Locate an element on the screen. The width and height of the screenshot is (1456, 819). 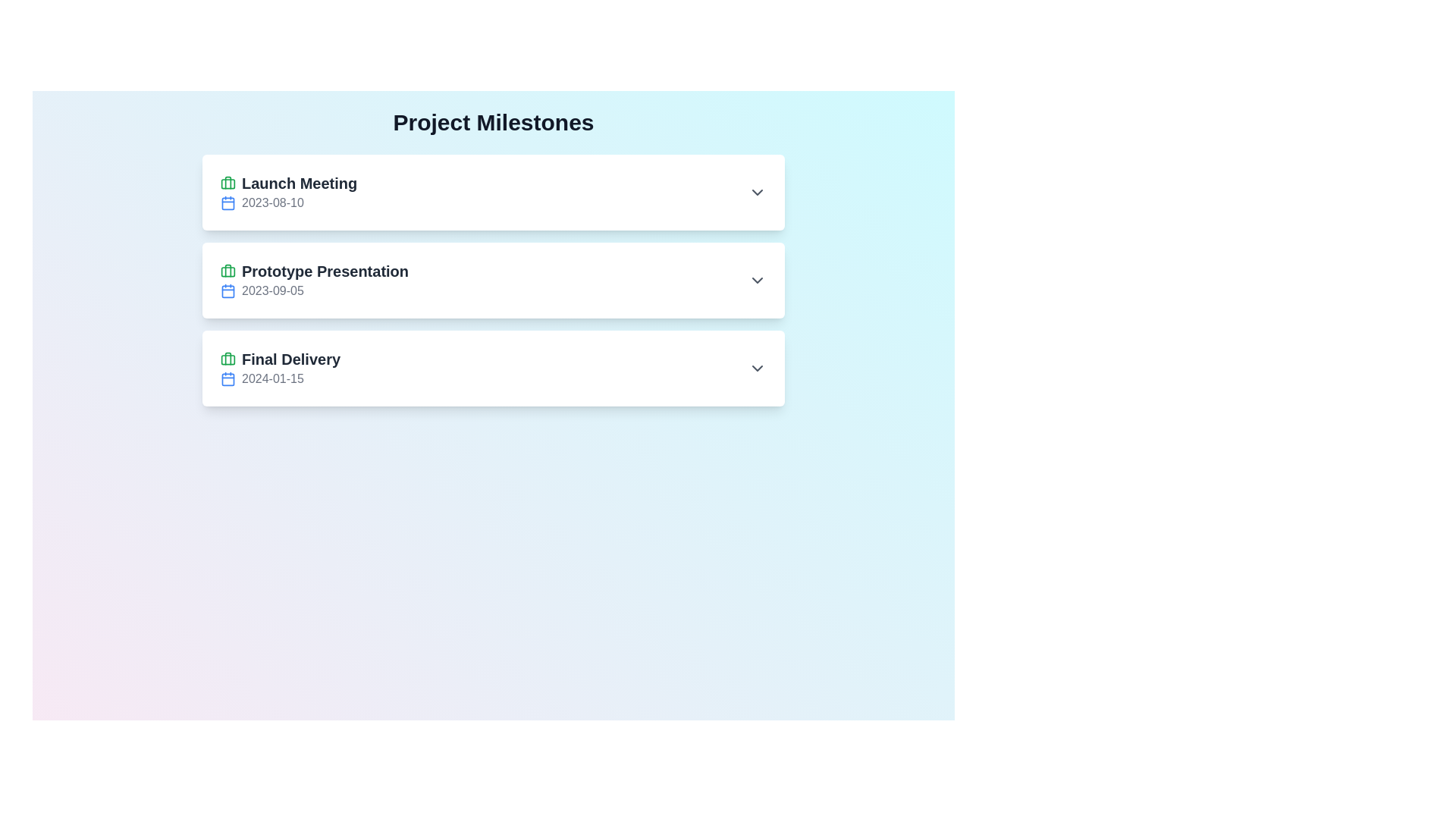
the heading text element located at the top of the main content section, which serves as a title for significant project events or tasks is located at coordinates (494, 122).